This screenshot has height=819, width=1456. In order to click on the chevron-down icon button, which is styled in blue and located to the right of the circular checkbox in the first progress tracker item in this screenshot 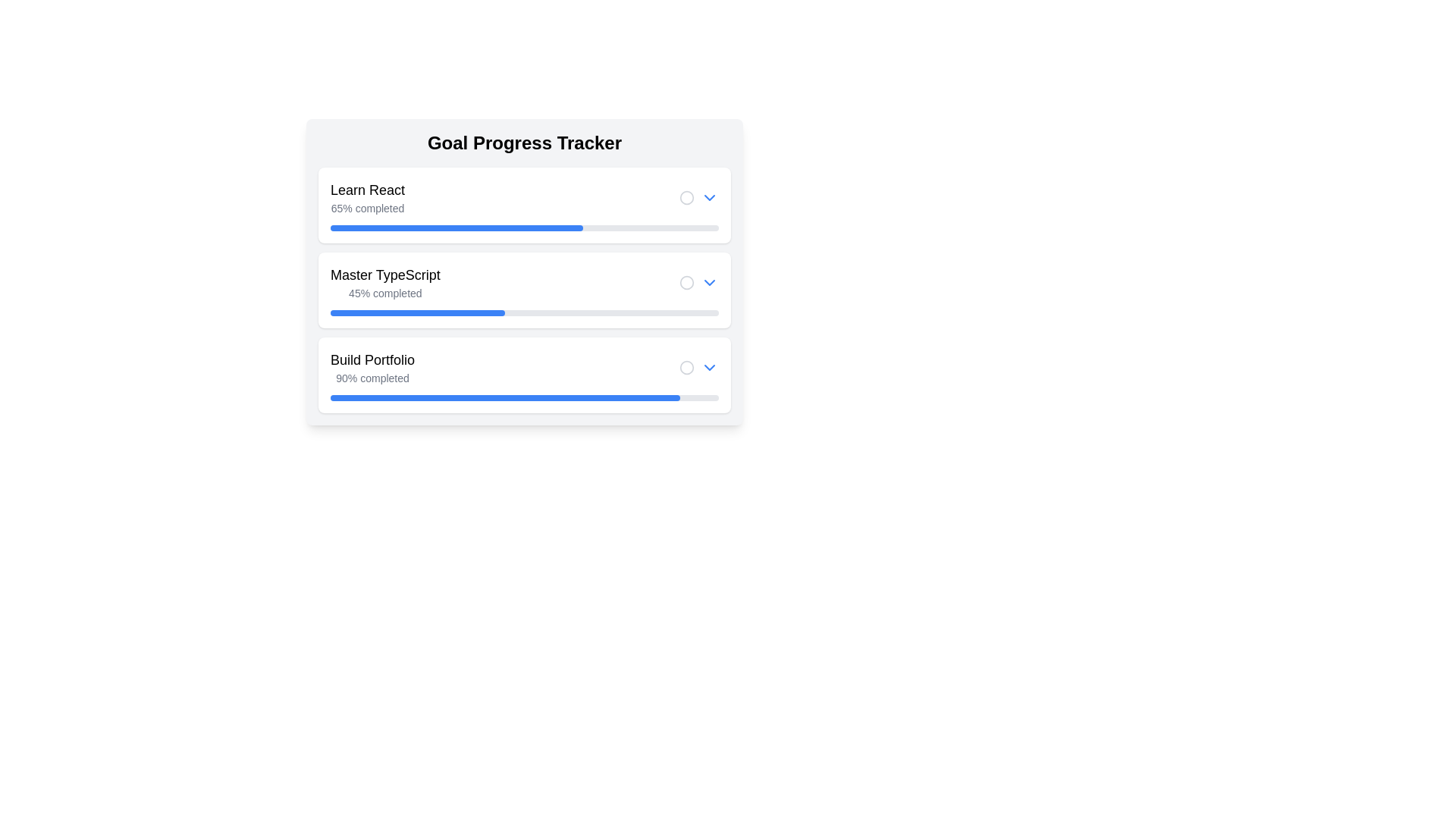, I will do `click(709, 197)`.